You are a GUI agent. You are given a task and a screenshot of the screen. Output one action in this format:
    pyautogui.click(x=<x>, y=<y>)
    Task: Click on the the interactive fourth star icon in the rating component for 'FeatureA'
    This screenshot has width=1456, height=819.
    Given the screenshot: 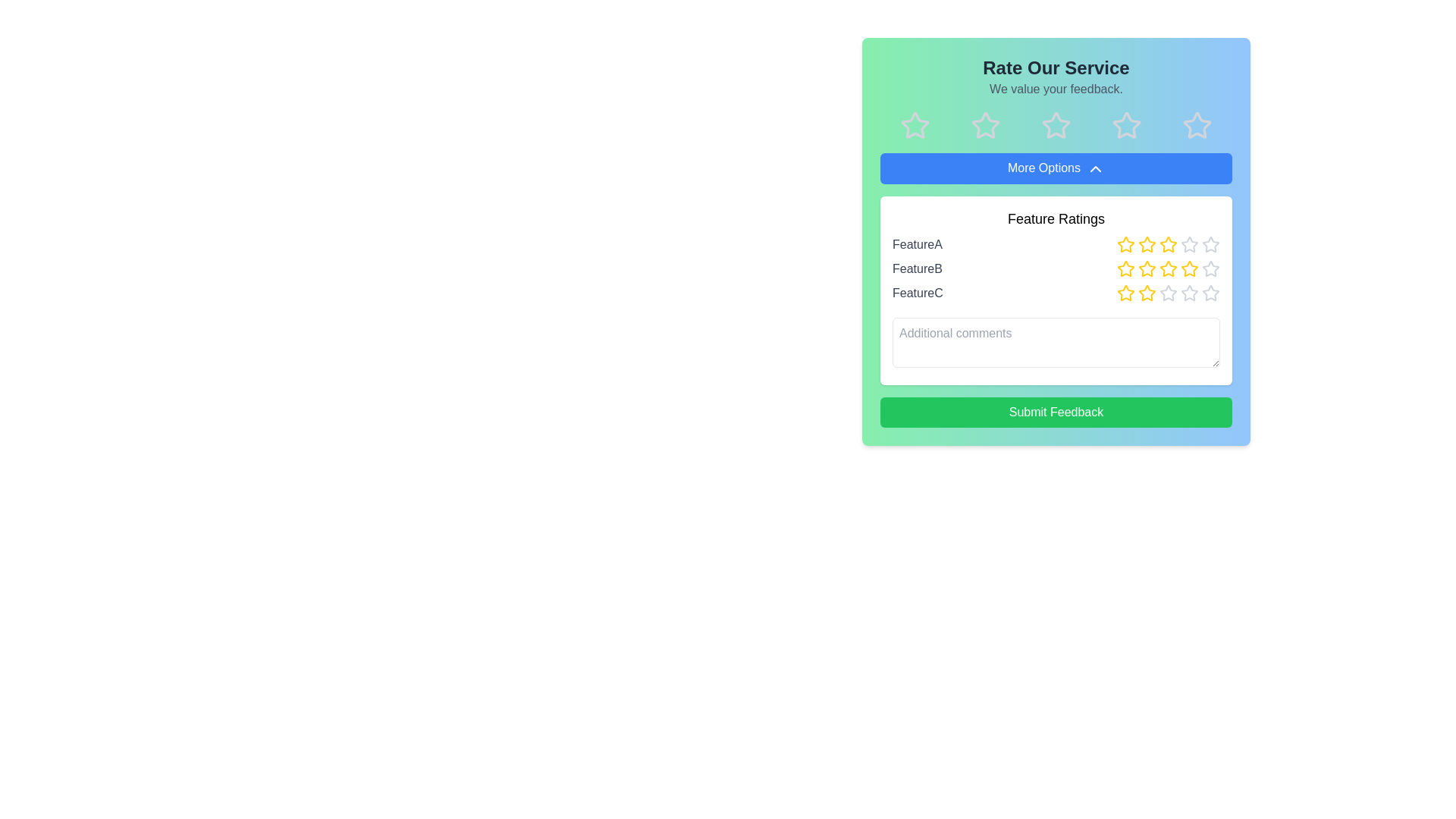 What is the action you would take?
    pyautogui.click(x=1167, y=243)
    